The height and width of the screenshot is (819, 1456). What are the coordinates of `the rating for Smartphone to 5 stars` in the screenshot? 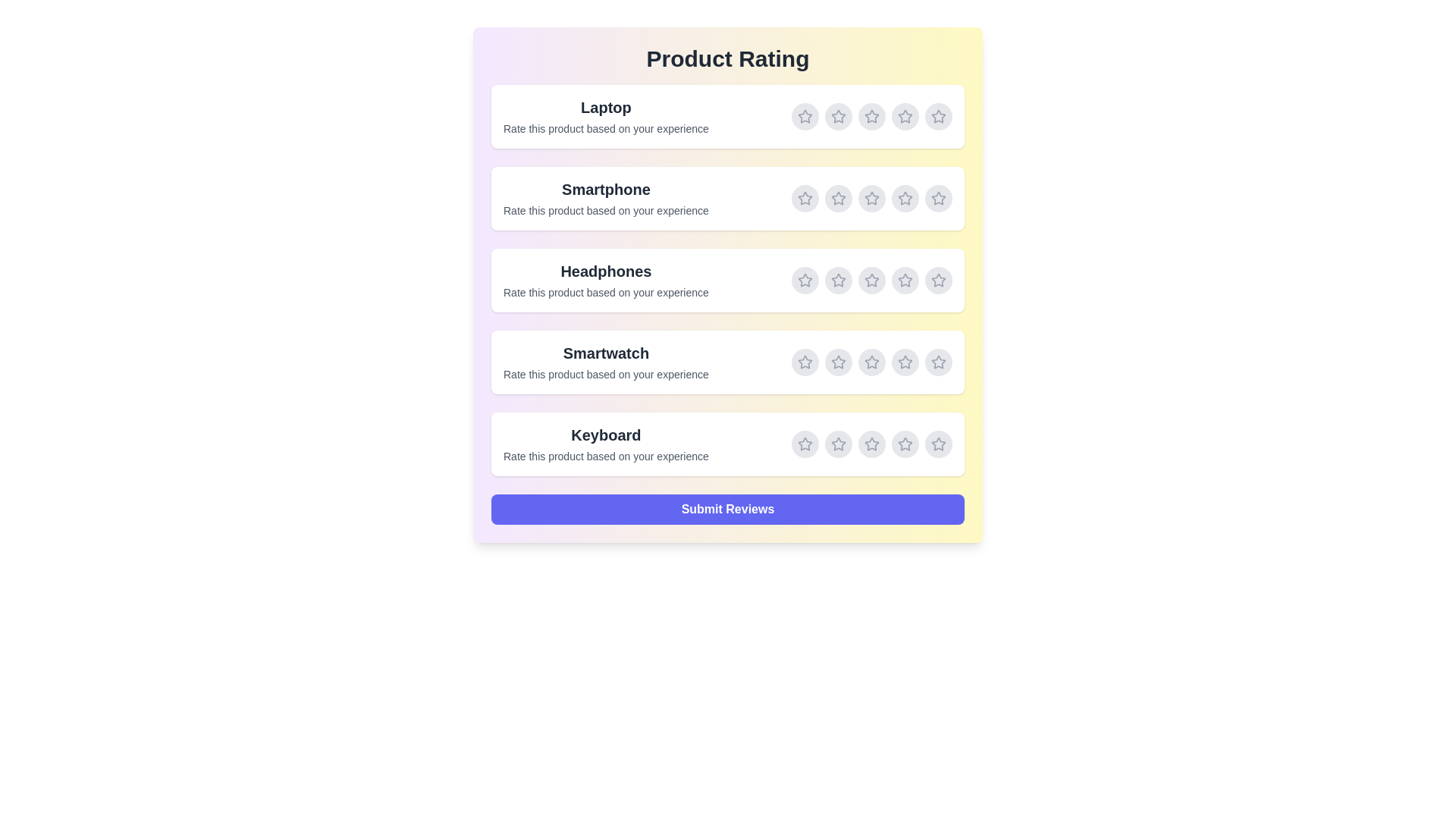 It's located at (938, 198).